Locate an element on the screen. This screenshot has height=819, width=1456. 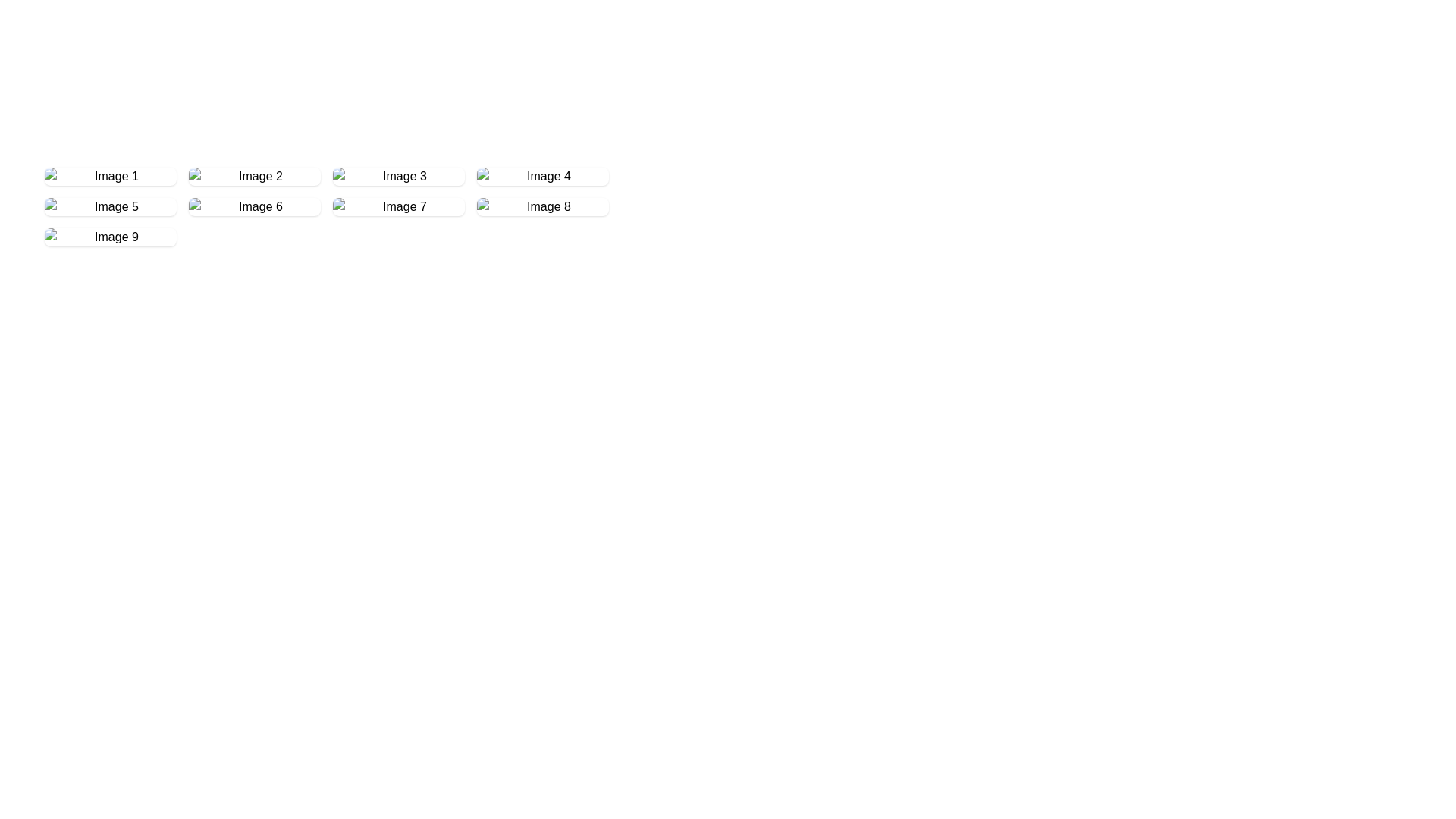
the 'Image 9' tile, which is a rectangular tile with an image placeholder and a label is located at coordinates (109, 237).